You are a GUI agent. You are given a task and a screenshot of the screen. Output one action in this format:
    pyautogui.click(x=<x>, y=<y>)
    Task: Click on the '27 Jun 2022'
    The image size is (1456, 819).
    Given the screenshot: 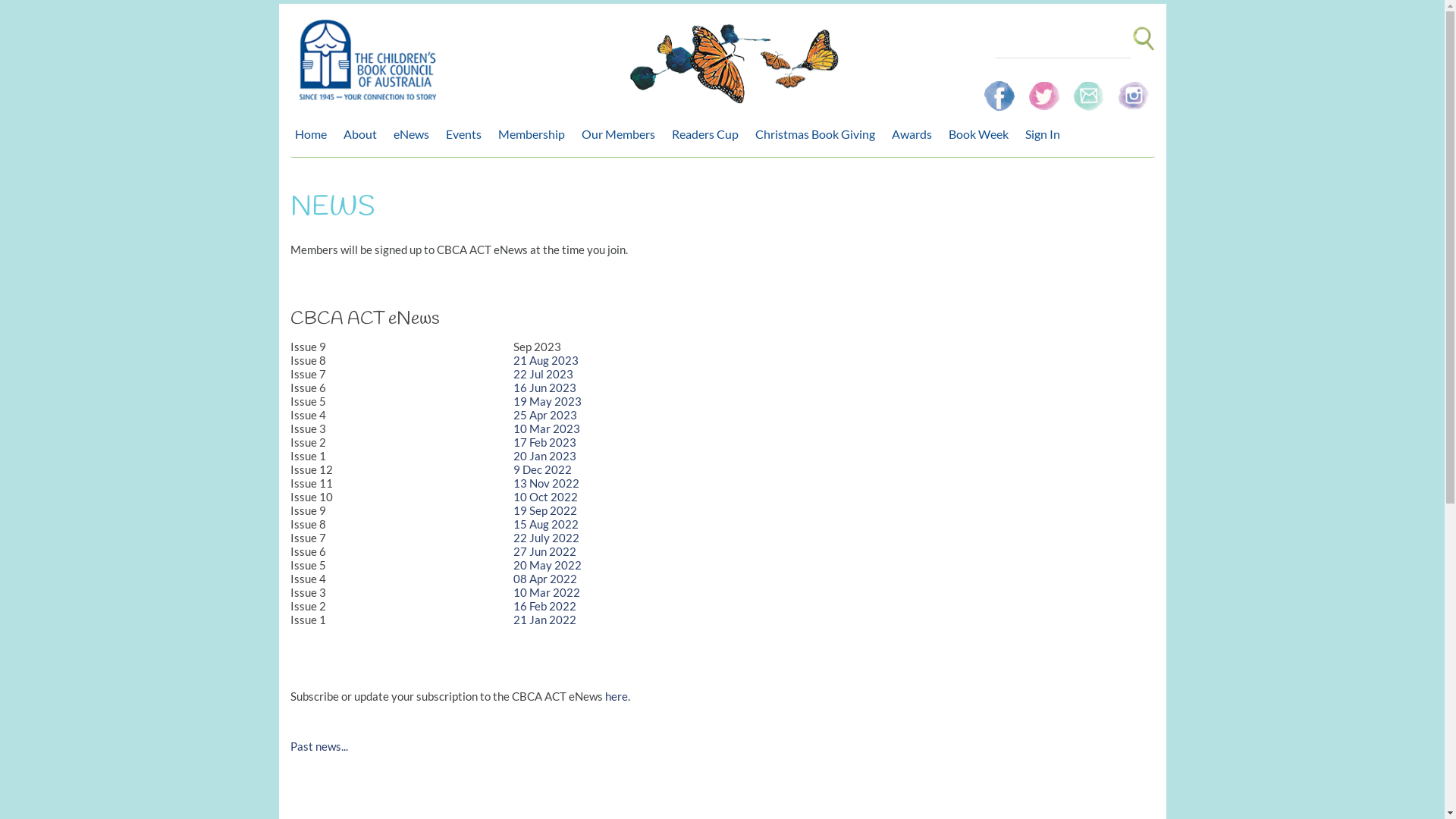 What is the action you would take?
    pyautogui.click(x=544, y=551)
    